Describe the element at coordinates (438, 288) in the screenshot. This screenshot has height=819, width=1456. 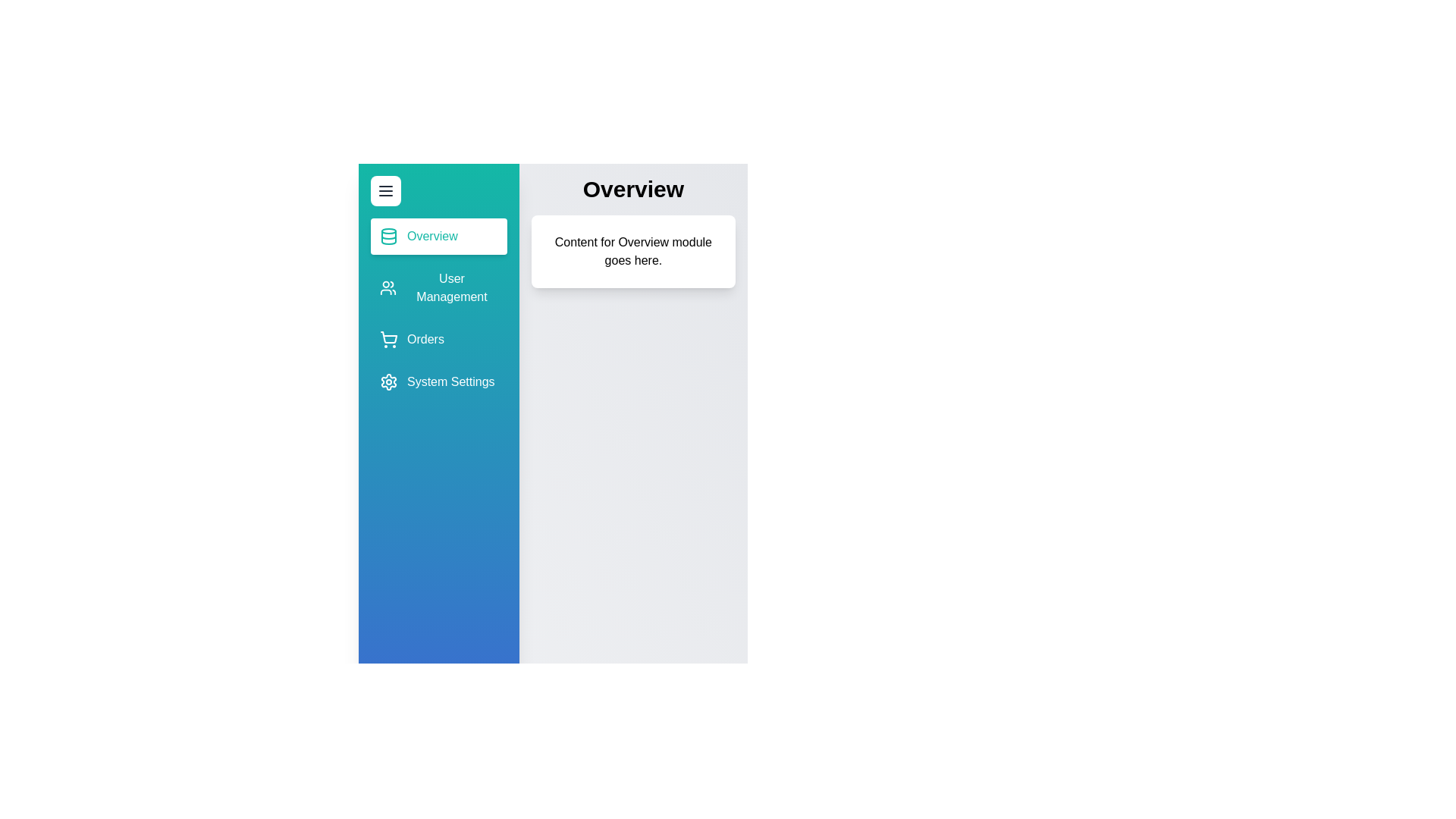
I see `the sidebar item corresponding to User Management` at that location.